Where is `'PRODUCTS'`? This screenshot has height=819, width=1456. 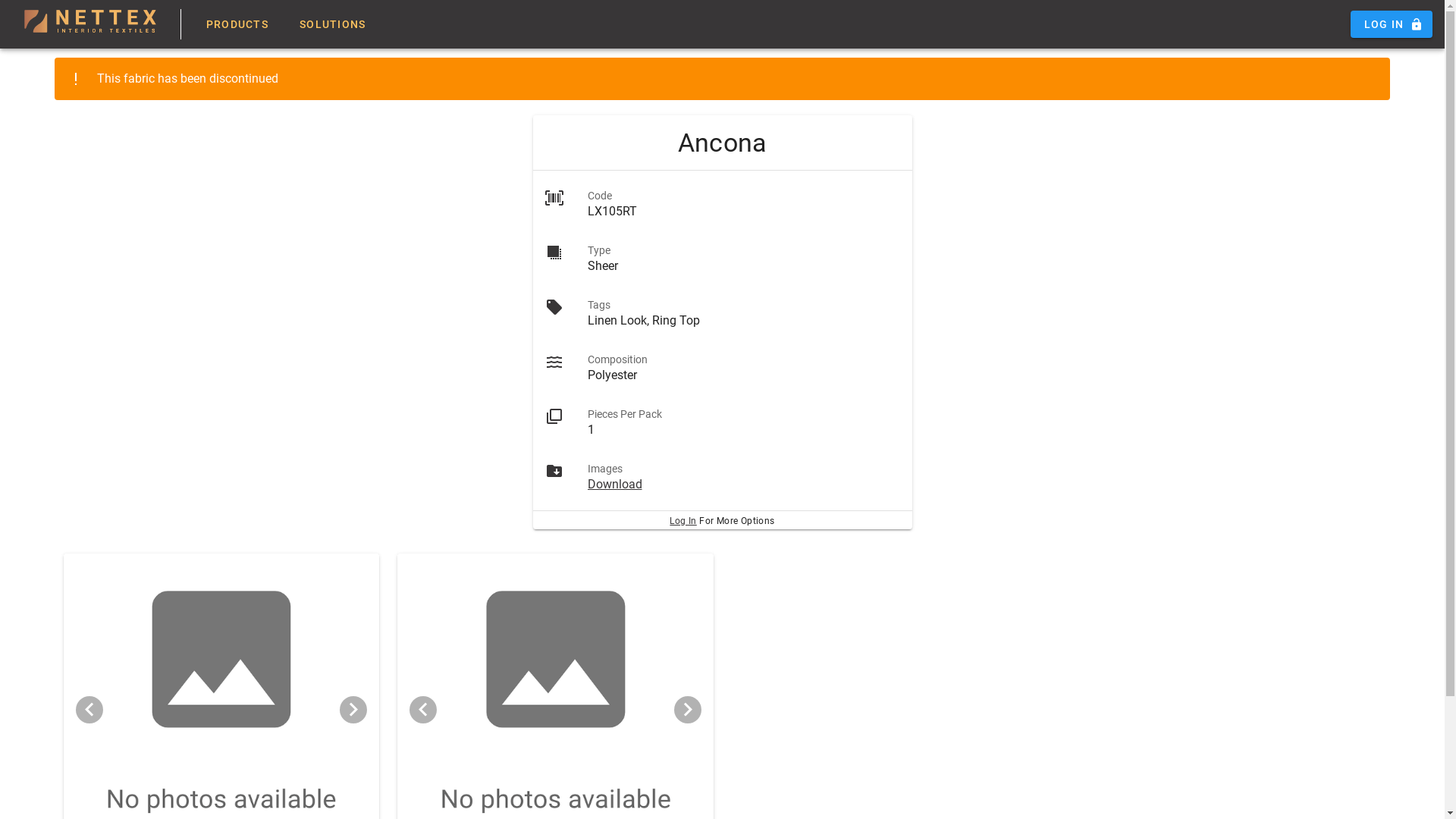 'PRODUCTS' is located at coordinates (236, 24).